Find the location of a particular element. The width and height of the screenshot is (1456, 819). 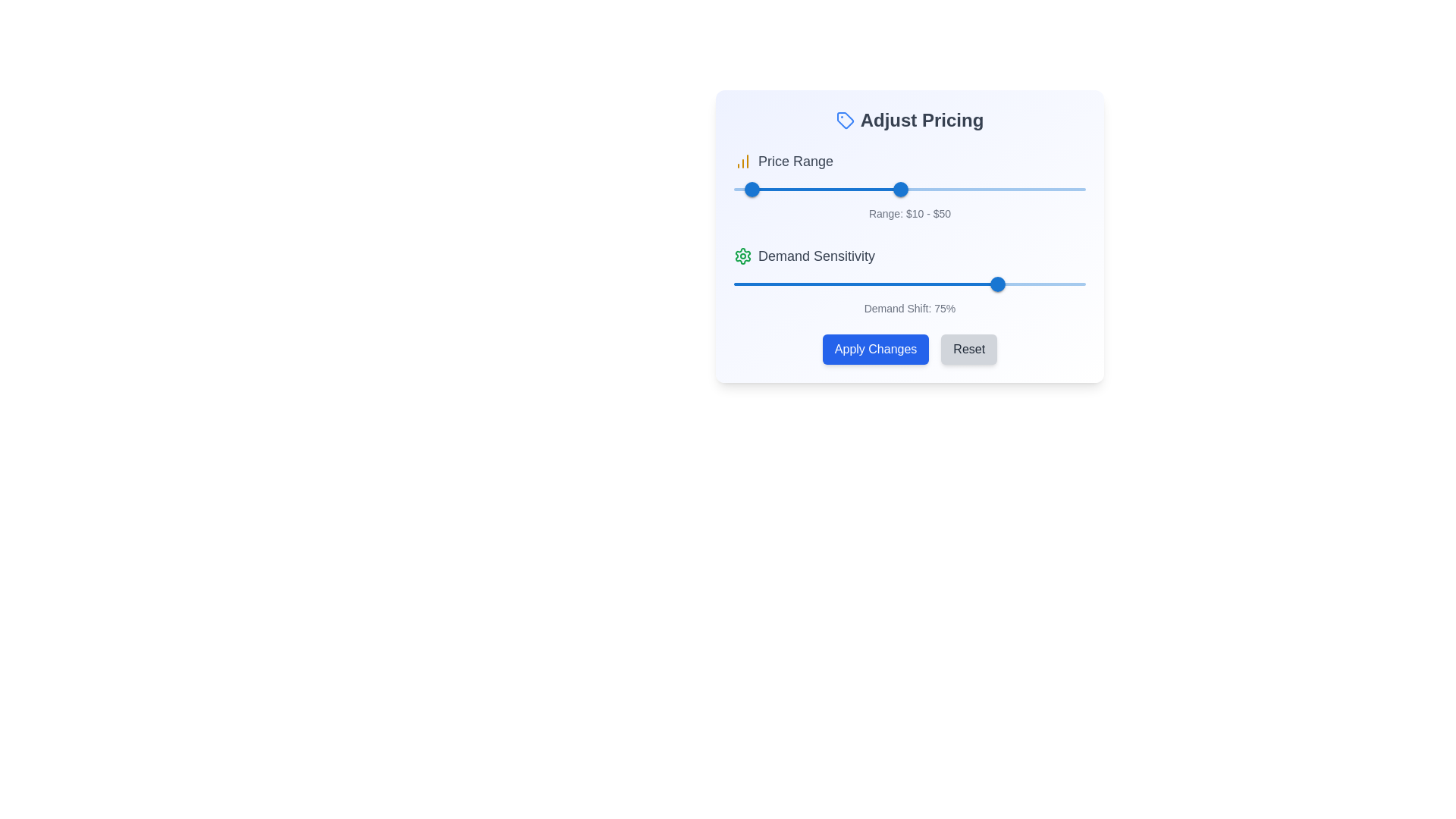

the Demand Sensitivity value is located at coordinates (954, 284).